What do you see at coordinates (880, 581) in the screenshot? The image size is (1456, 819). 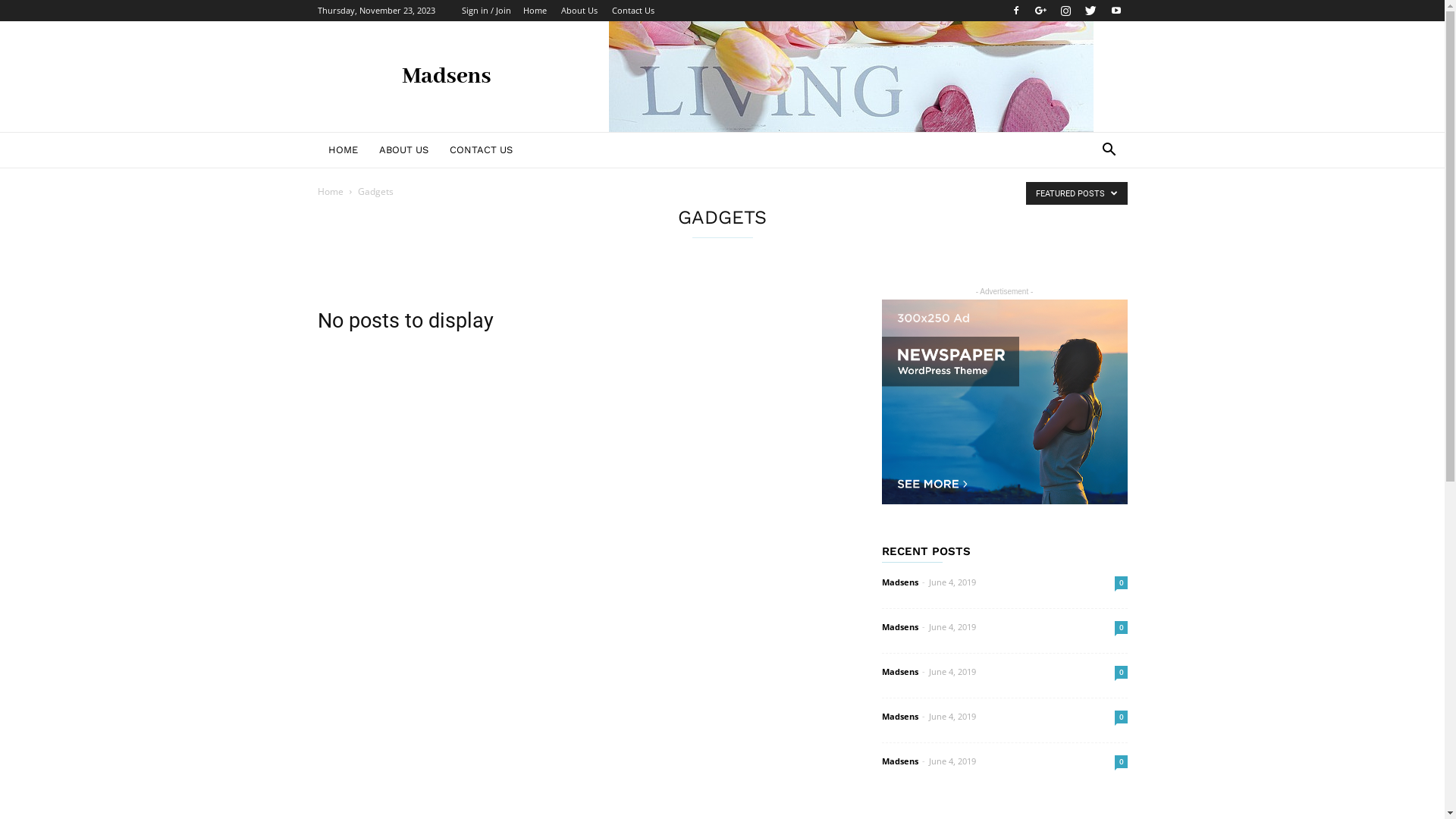 I see `'Madsens'` at bounding box center [880, 581].